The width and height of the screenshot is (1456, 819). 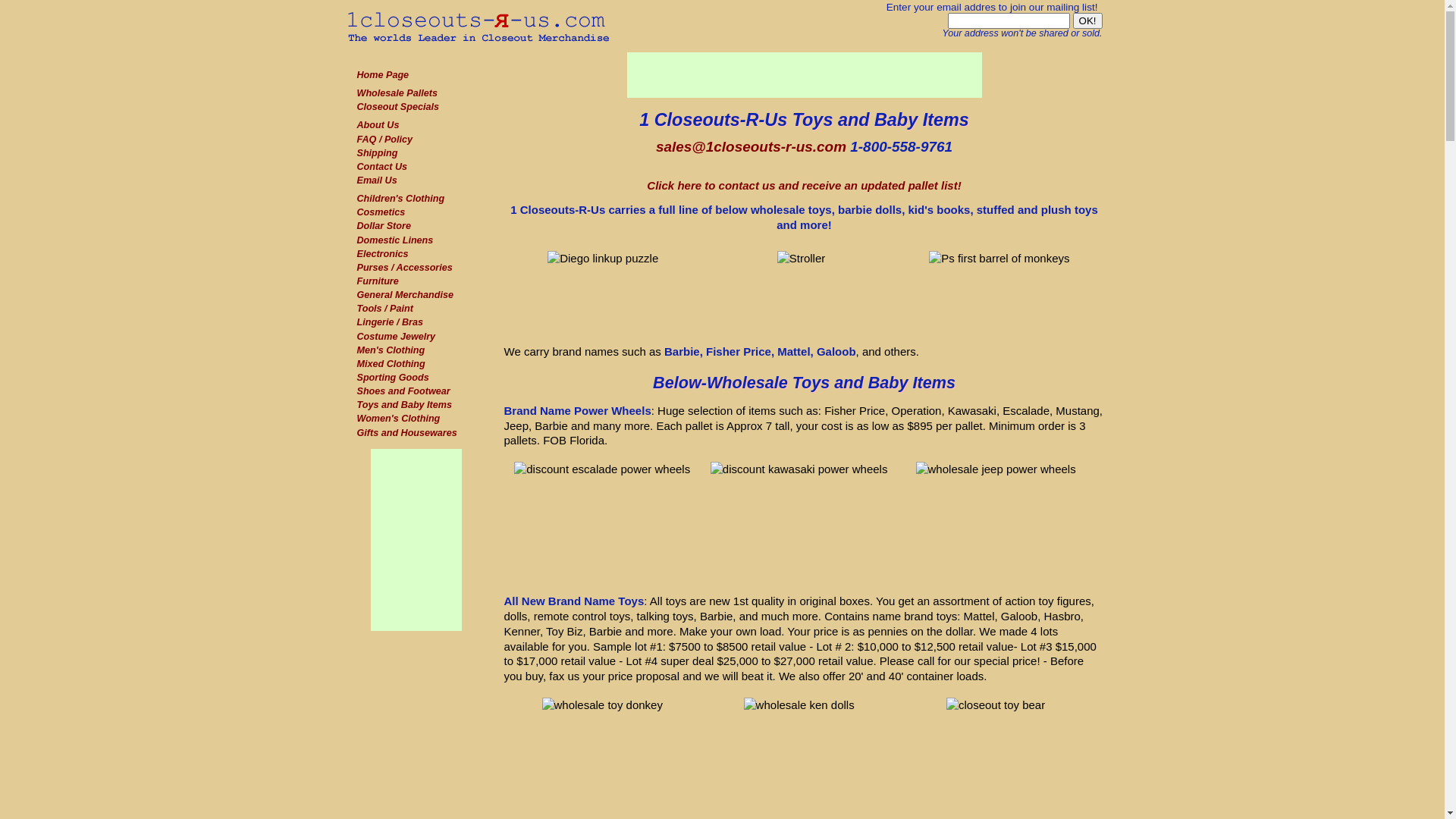 What do you see at coordinates (403, 391) in the screenshot?
I see `'Shoes and Footwear'` at bounding box center [403, 391].